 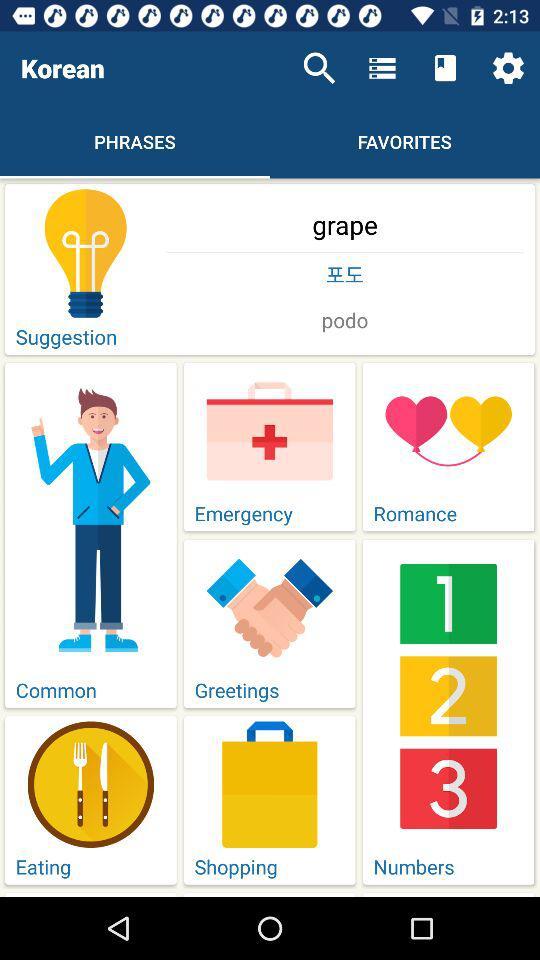 I want to click on icon above the favorites icon, so click(x=445, y=68).